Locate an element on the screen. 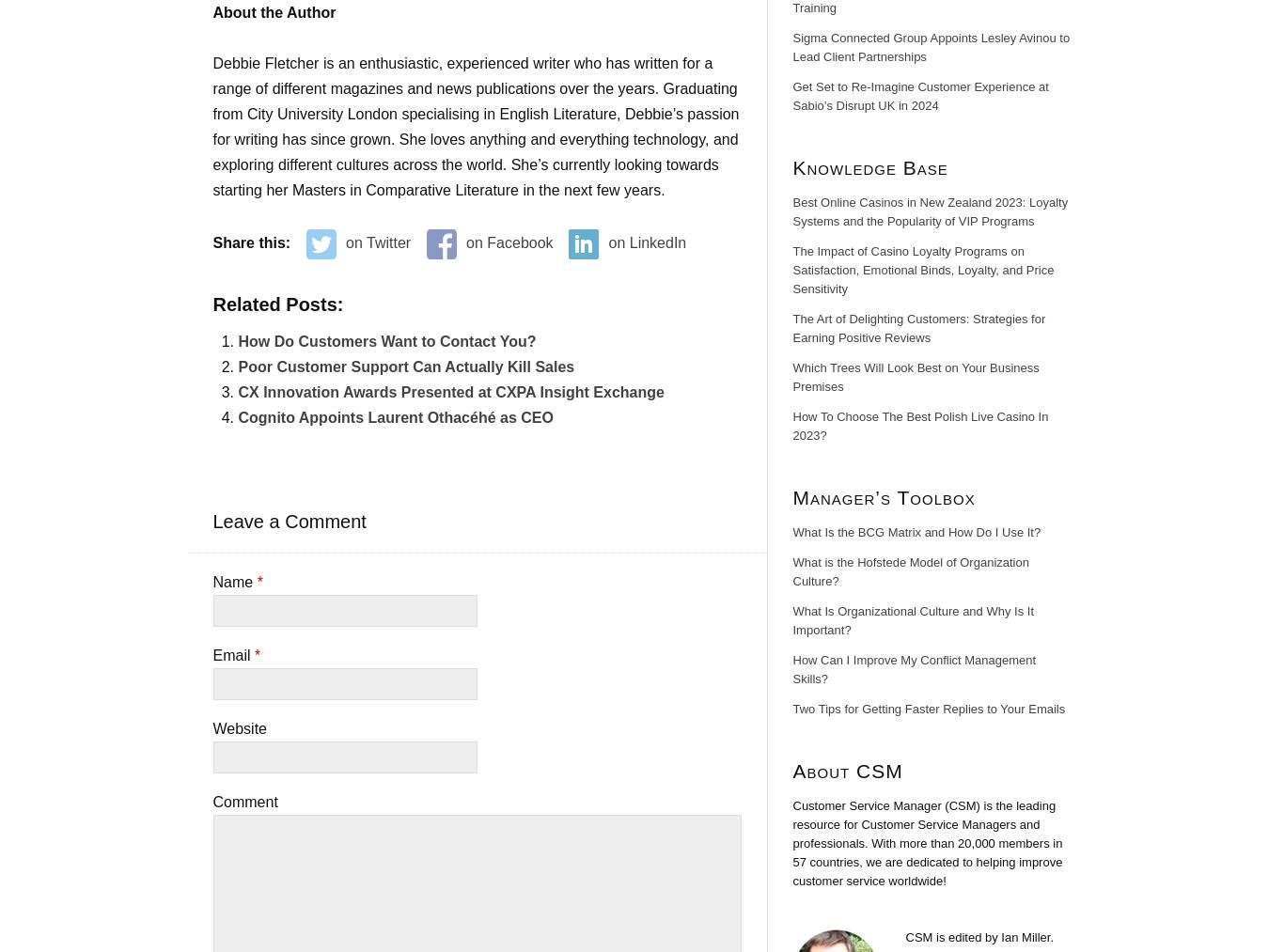 The width and height of the screenshot is (1284, 952). 'Leave a Comment' is located at coordinates (289, 522).